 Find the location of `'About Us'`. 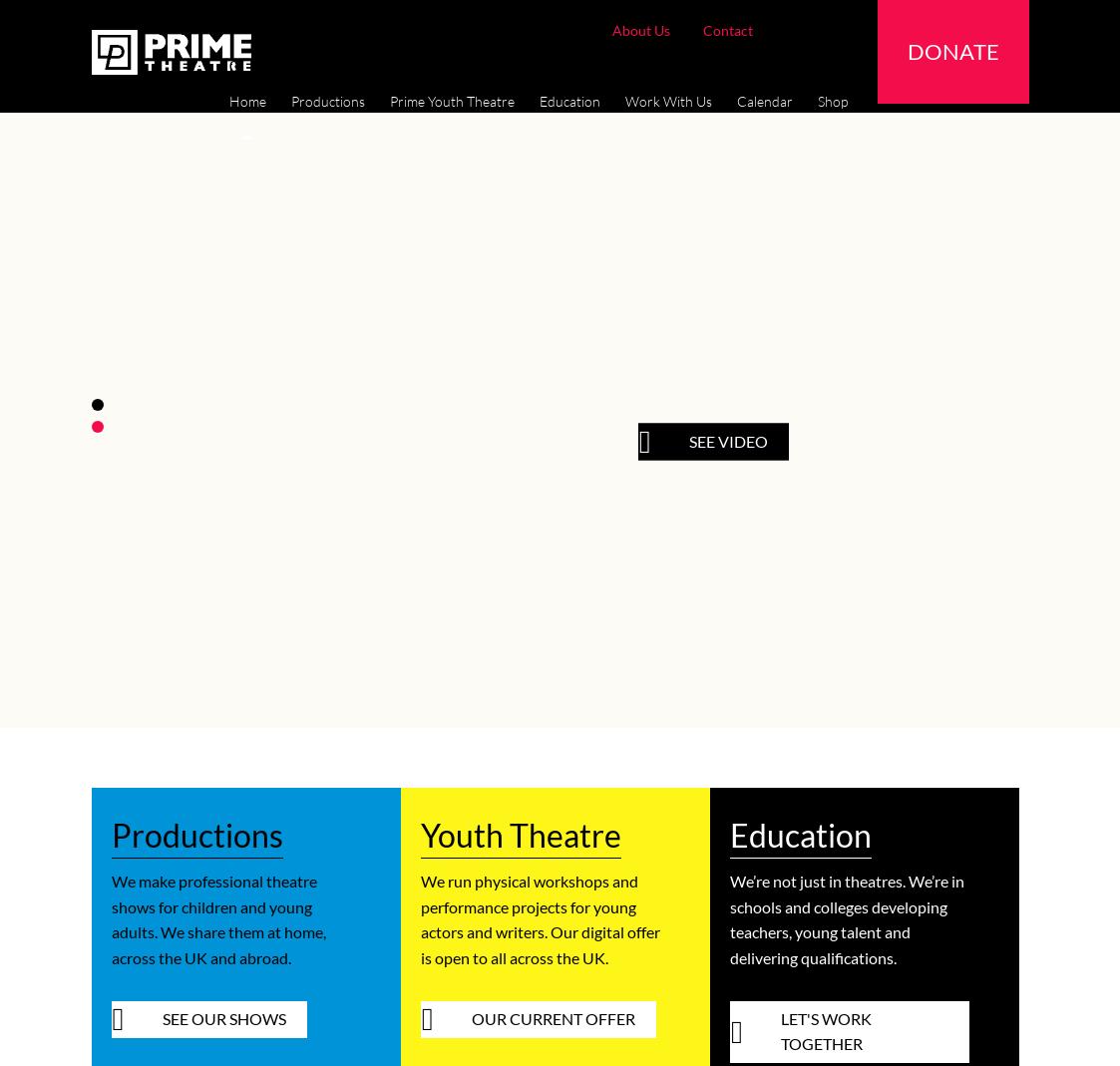

'About Us' is located at coordinates (640, 29).